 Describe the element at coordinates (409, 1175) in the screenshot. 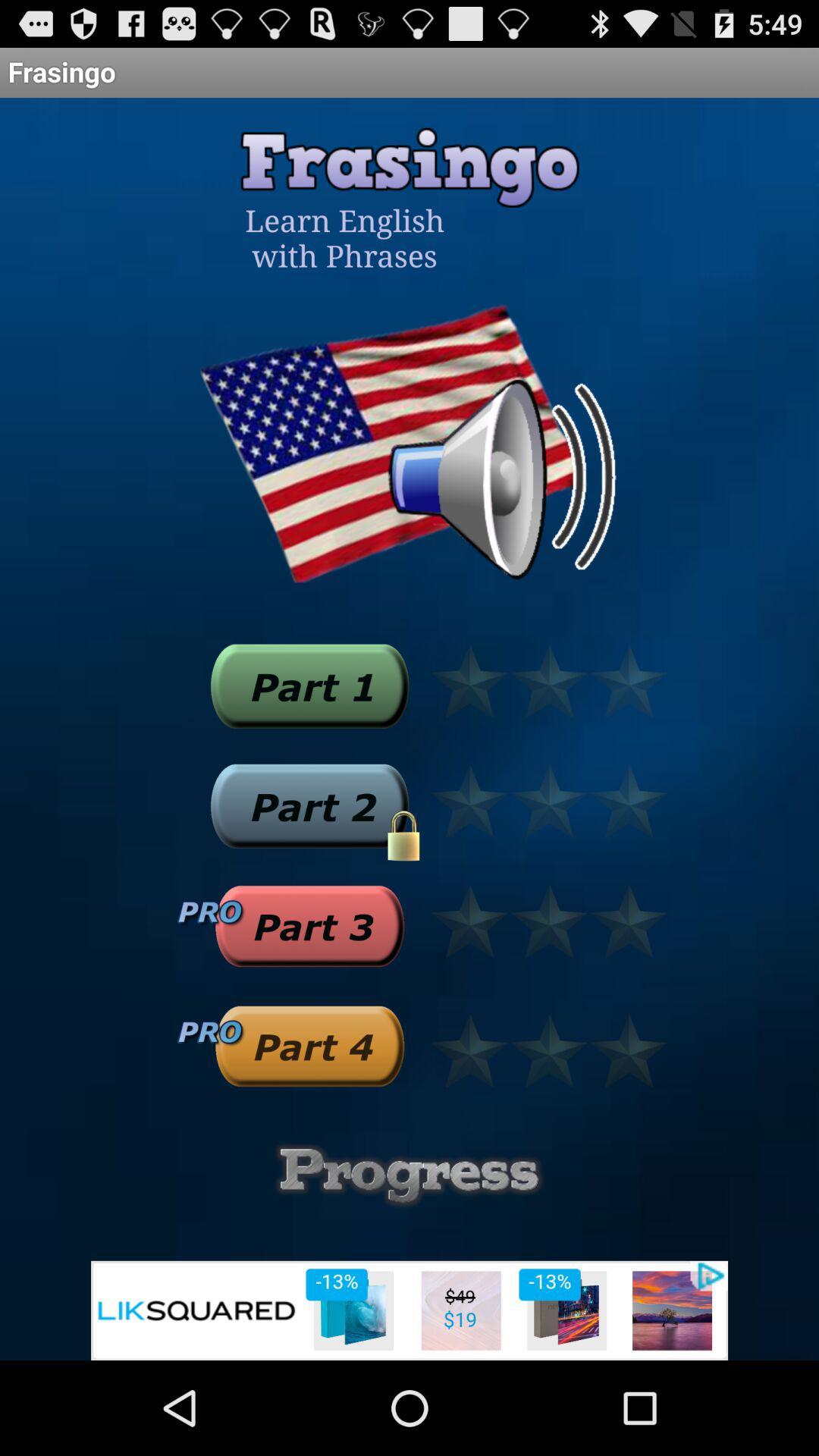

I see `progress` at that location.